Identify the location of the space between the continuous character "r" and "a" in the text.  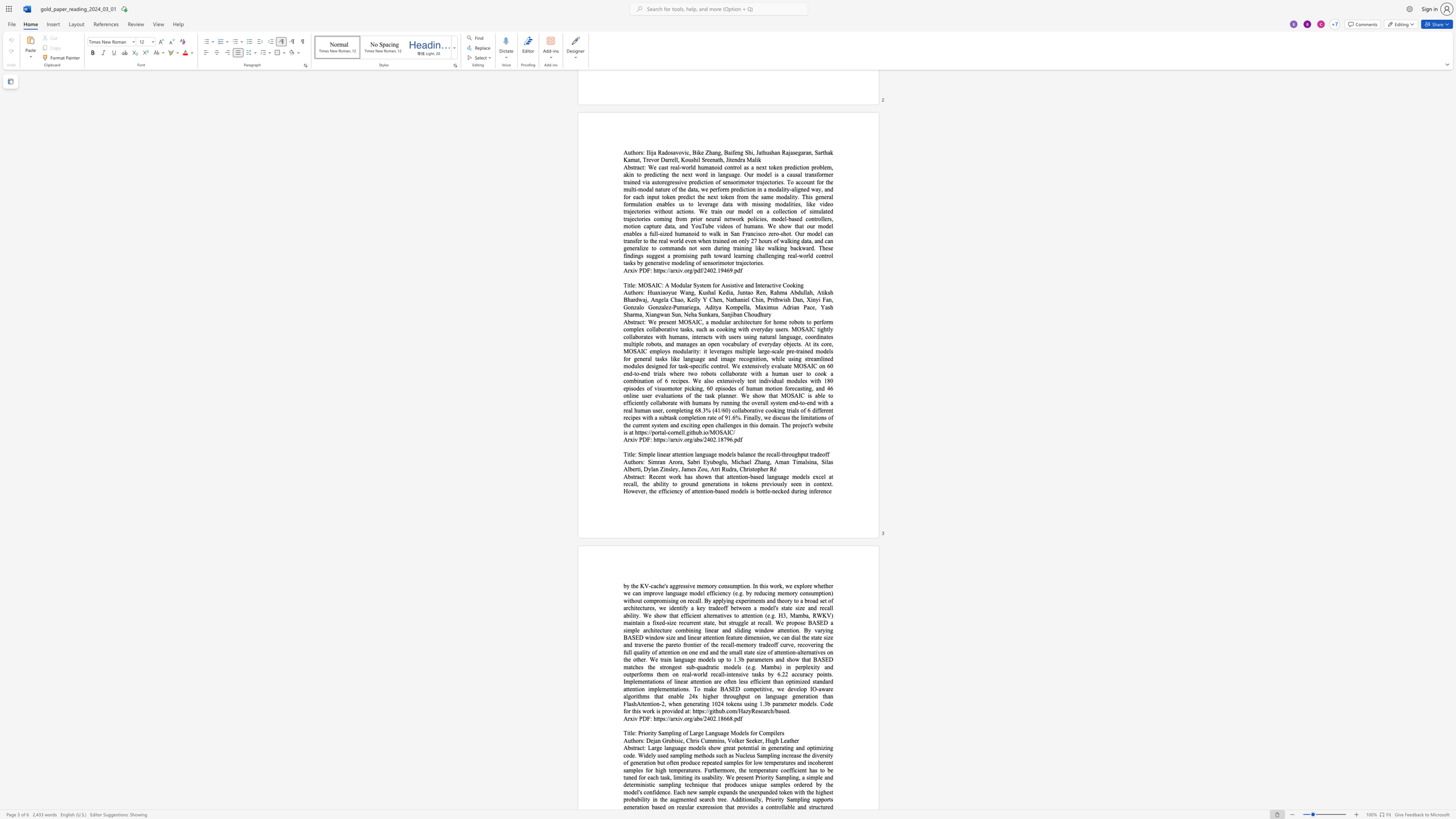
(637, 747).